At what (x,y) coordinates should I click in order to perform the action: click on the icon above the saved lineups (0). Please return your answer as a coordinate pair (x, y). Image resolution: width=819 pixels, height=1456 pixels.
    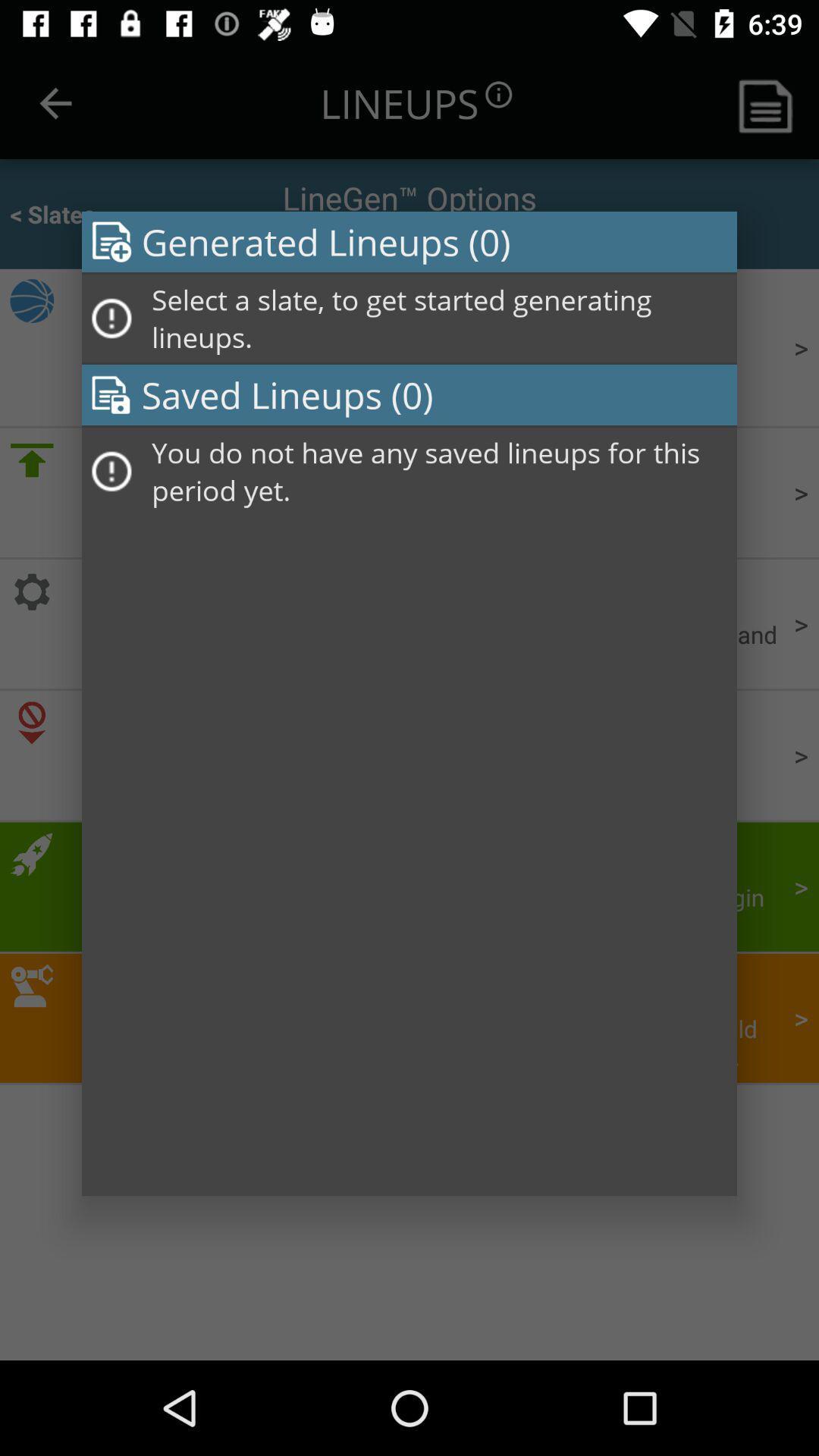
    Looking at the image, I should click on (439, 318).